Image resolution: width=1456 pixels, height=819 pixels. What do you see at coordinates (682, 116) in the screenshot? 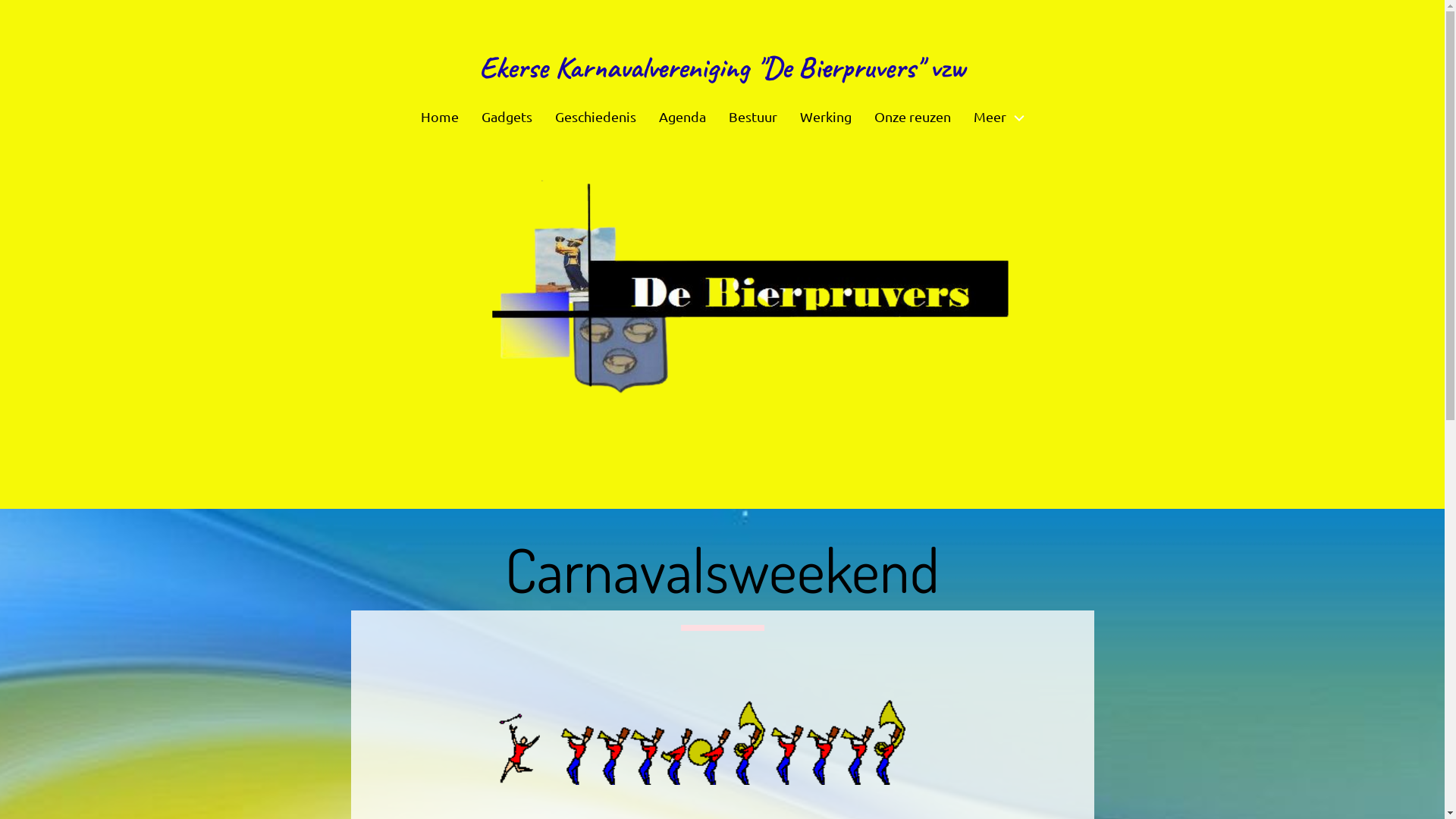
I see `'Agenda'` at bounding box center [682, 116].